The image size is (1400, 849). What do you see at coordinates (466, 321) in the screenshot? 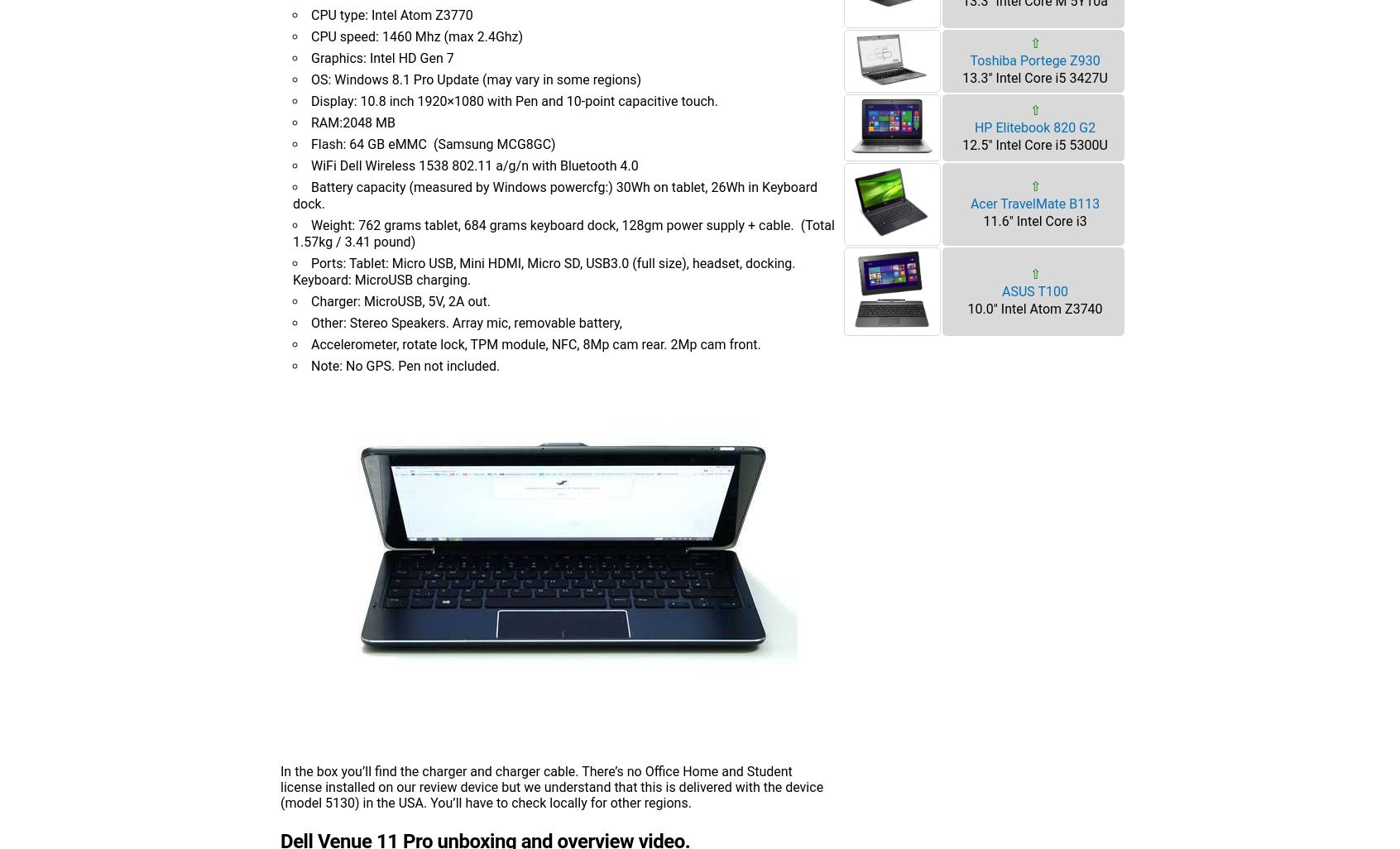
I see `'Other: Stereo Speakers. Array mic, removable battery,'` at bounding box center [466, 321].